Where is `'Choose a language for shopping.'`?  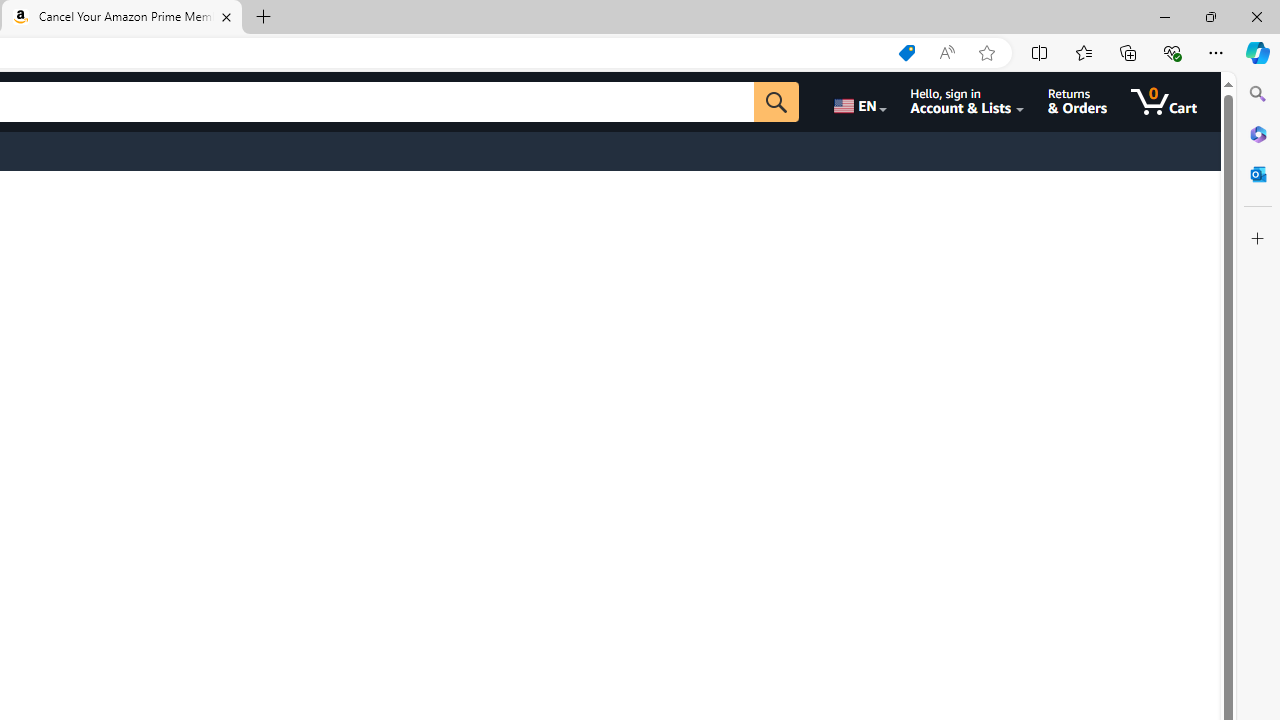
'Choose a language for shopping.' is located at coordinates (858, 101).